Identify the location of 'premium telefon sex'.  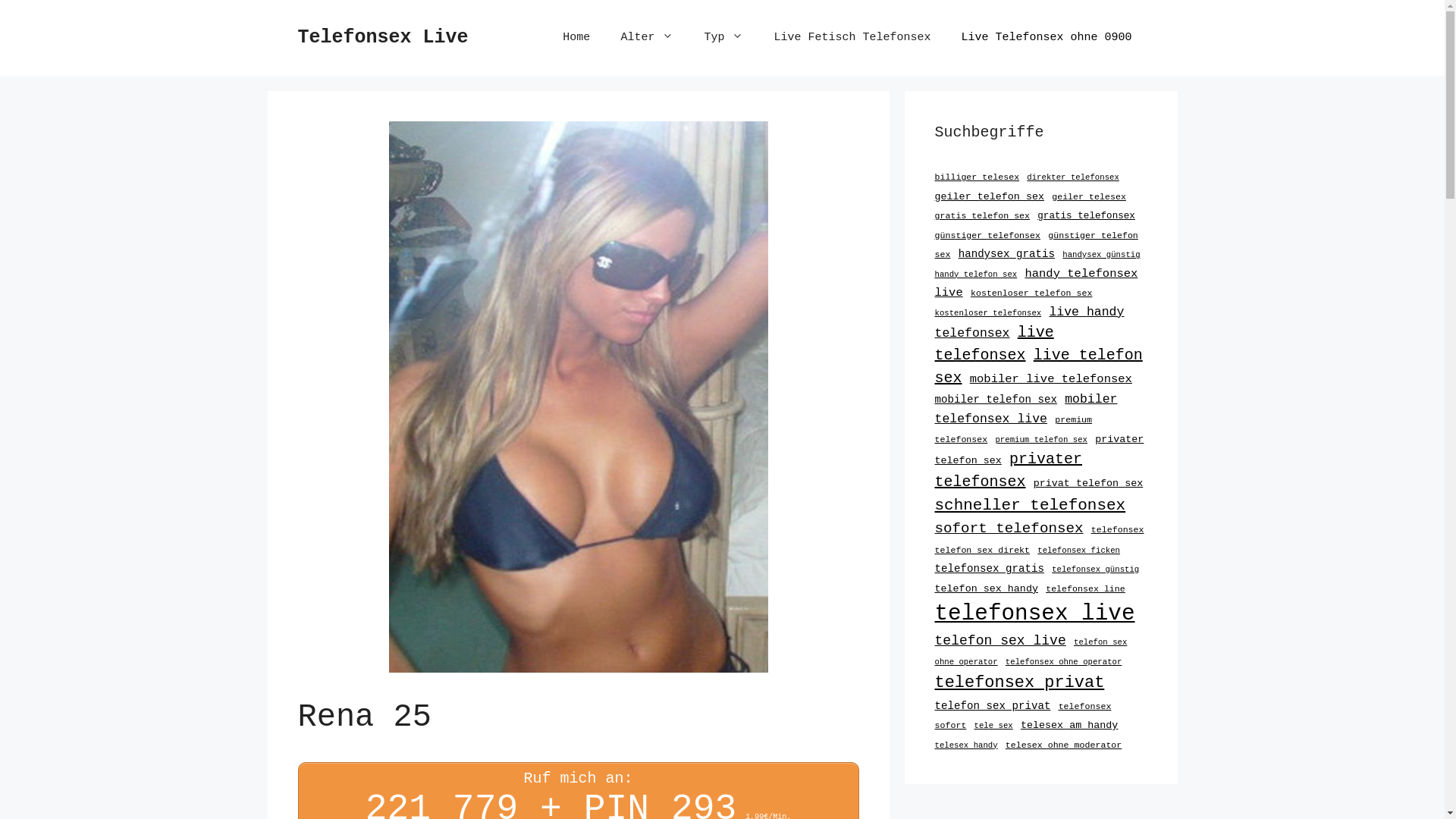
(1040, 439).